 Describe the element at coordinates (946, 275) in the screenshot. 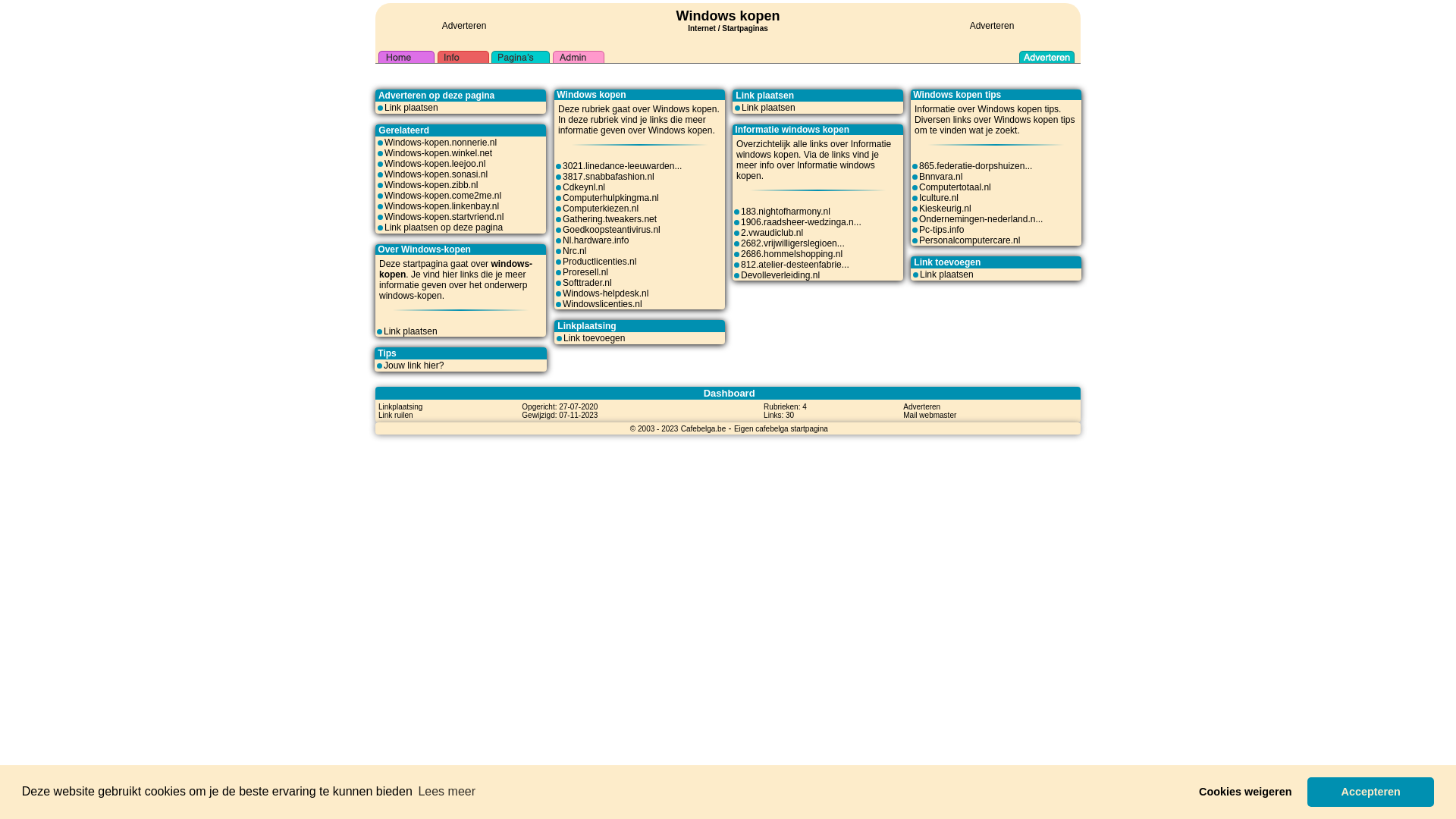

I see `'Link plaatsen'` at that location.